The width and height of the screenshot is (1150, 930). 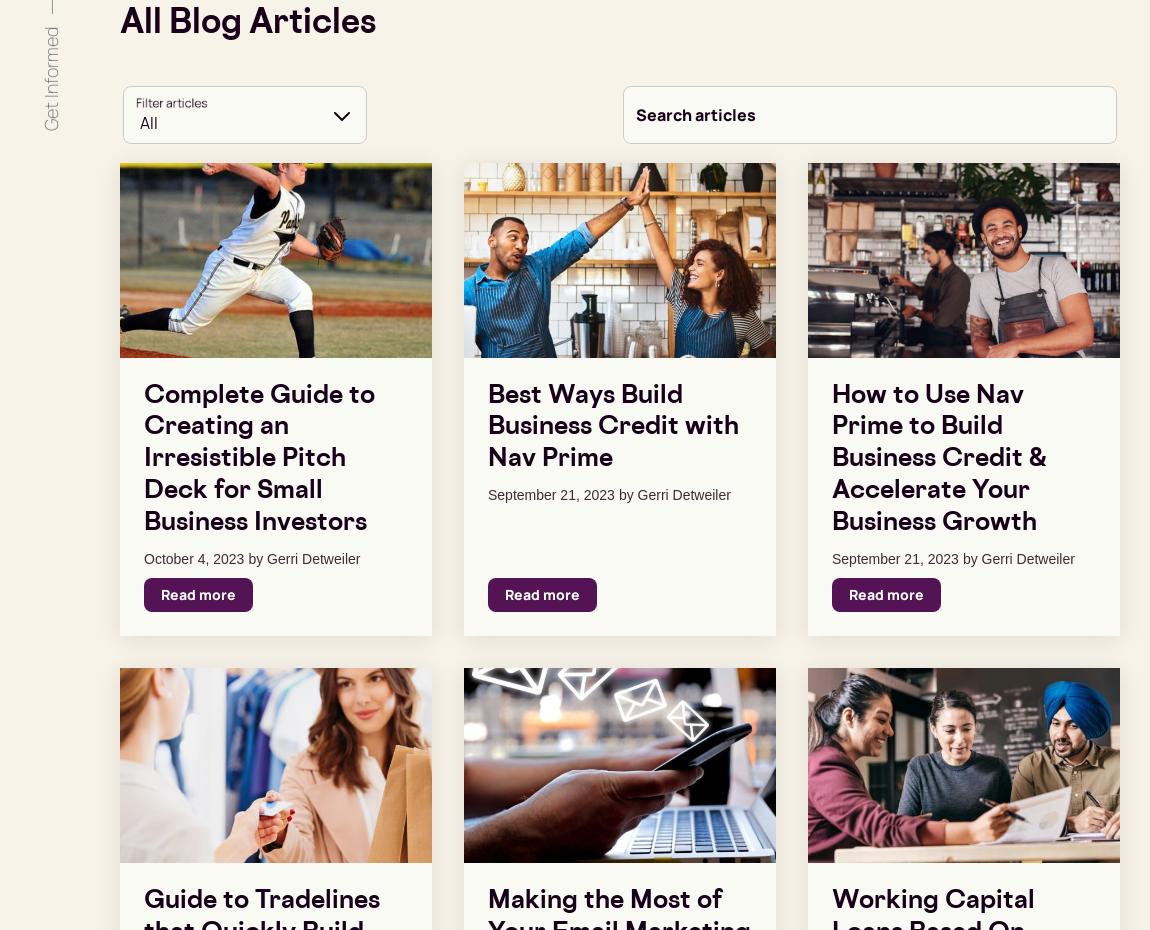 I want to click on 'All Blog Articles', so click(x=247, y=22).